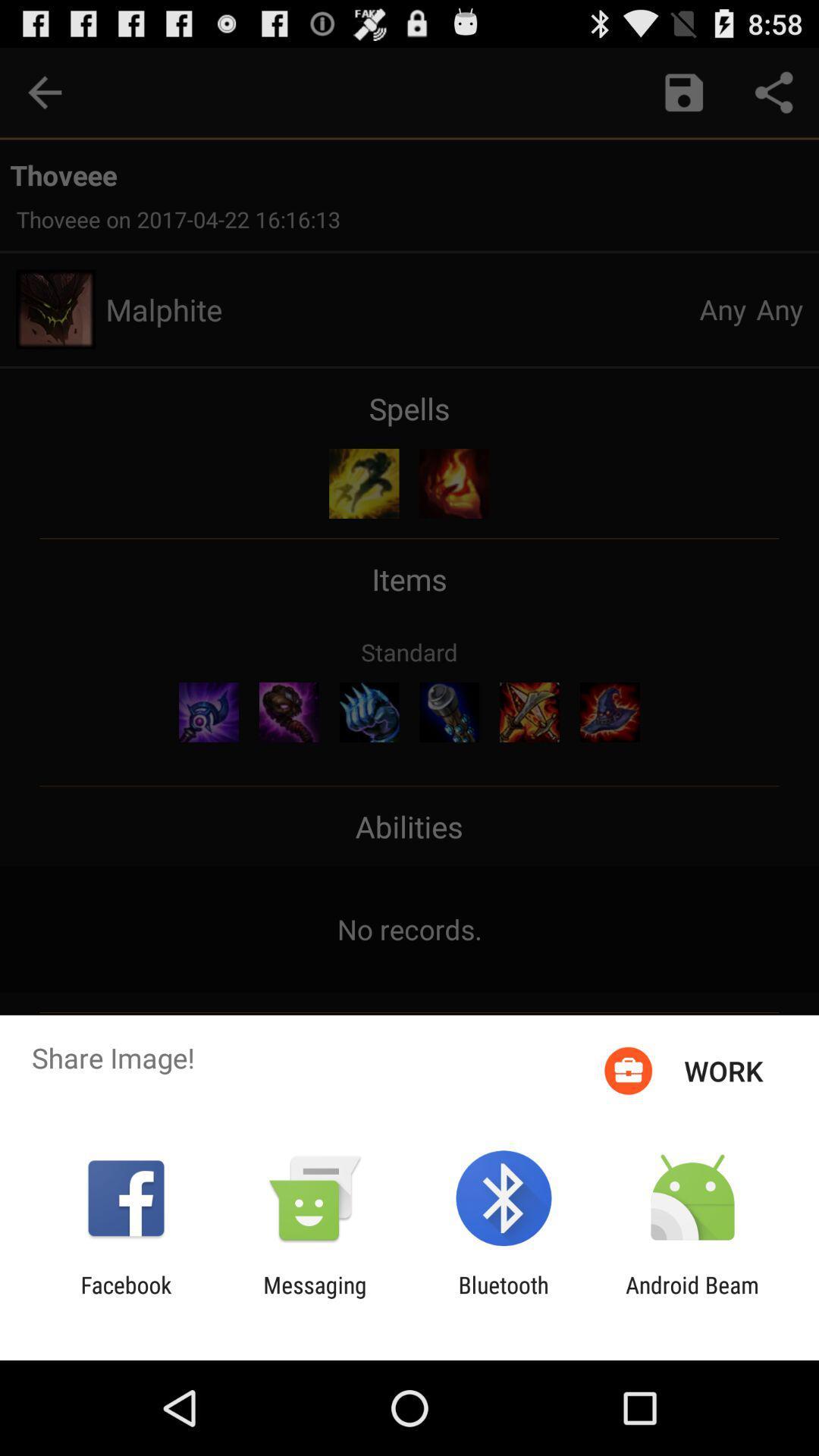 The height and width of the screenshot is (1456, 819). Describe the element at coordinates (125, 1298) in the screenshot. I see `facebook app` at that location.